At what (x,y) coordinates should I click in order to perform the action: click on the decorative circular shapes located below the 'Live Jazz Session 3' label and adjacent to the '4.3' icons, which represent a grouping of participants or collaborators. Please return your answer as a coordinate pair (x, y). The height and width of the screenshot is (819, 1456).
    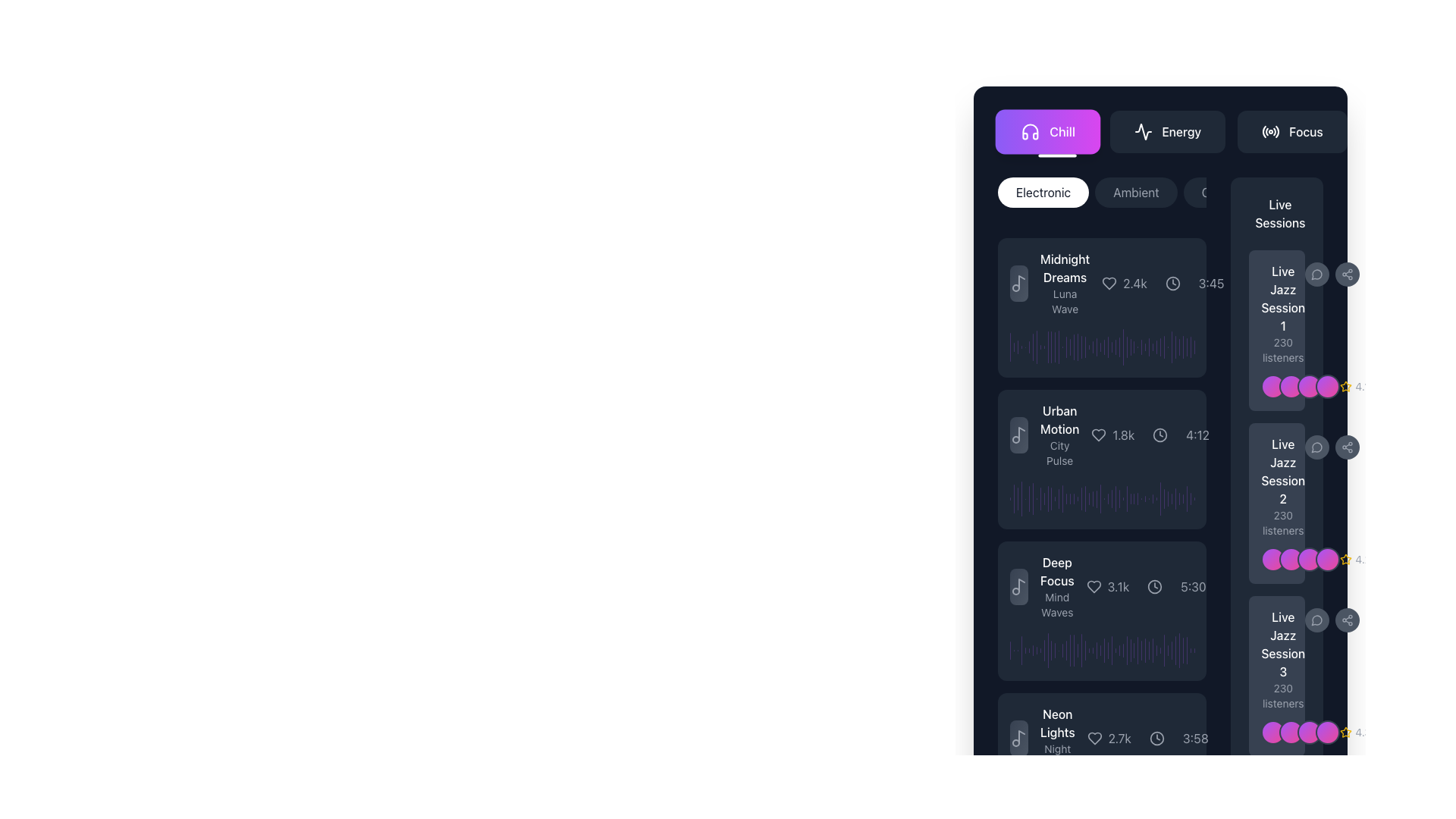
    Looking at the image, I should click on (1300, 731).